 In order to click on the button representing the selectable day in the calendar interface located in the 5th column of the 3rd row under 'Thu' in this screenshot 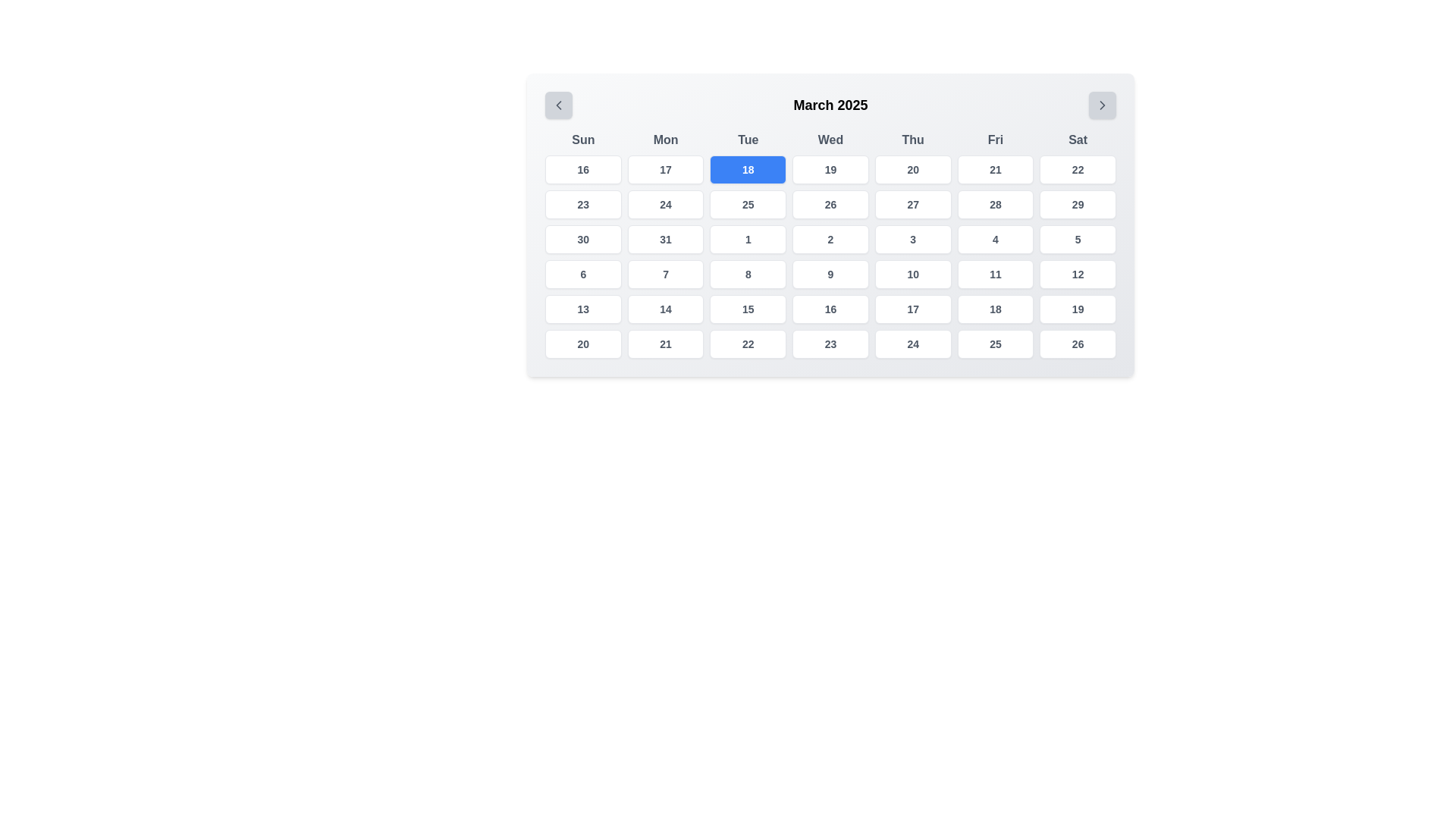, I will do `click(912, 205)`.